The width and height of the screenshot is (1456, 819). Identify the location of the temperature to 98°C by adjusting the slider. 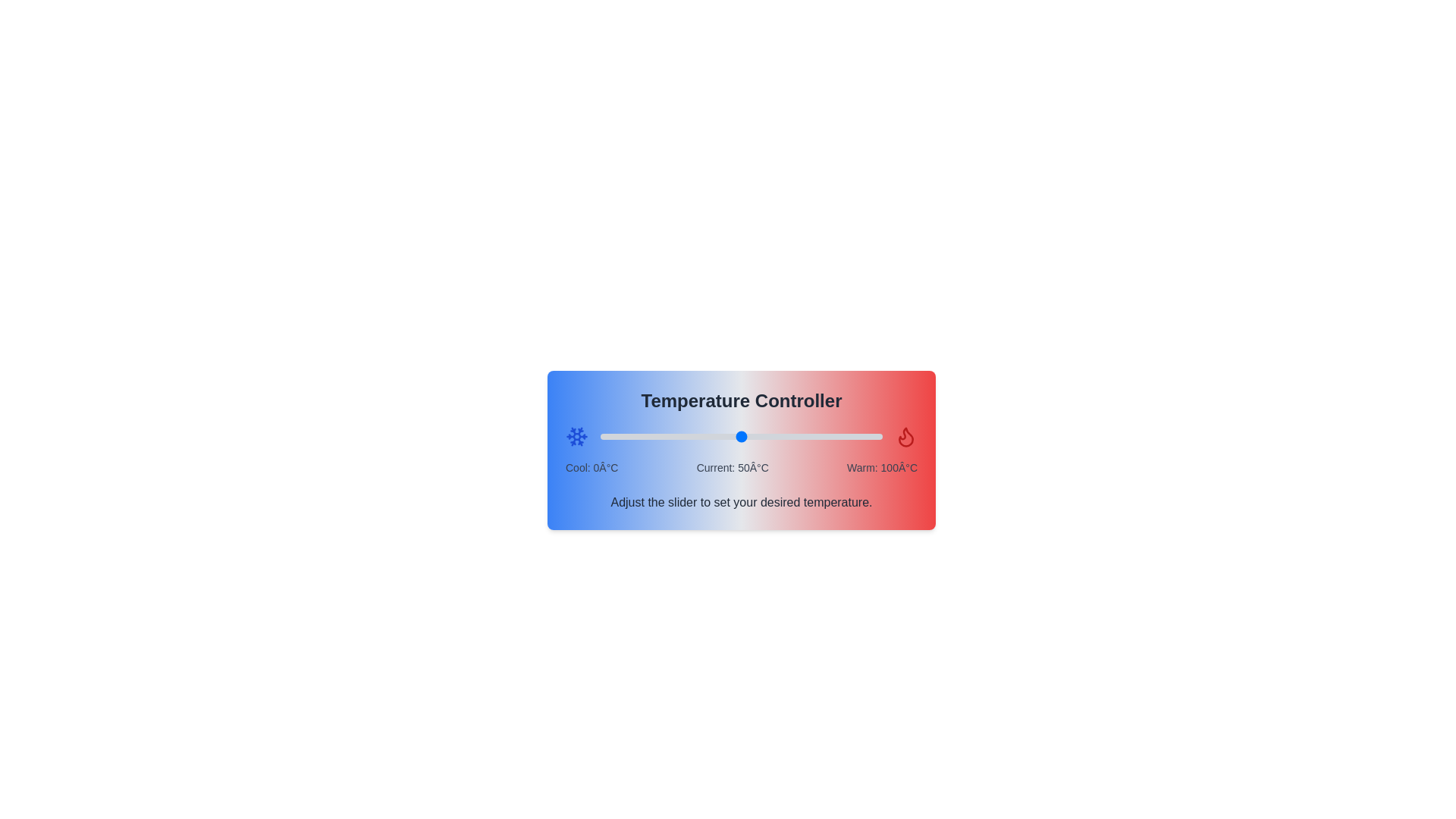
(877, 436).